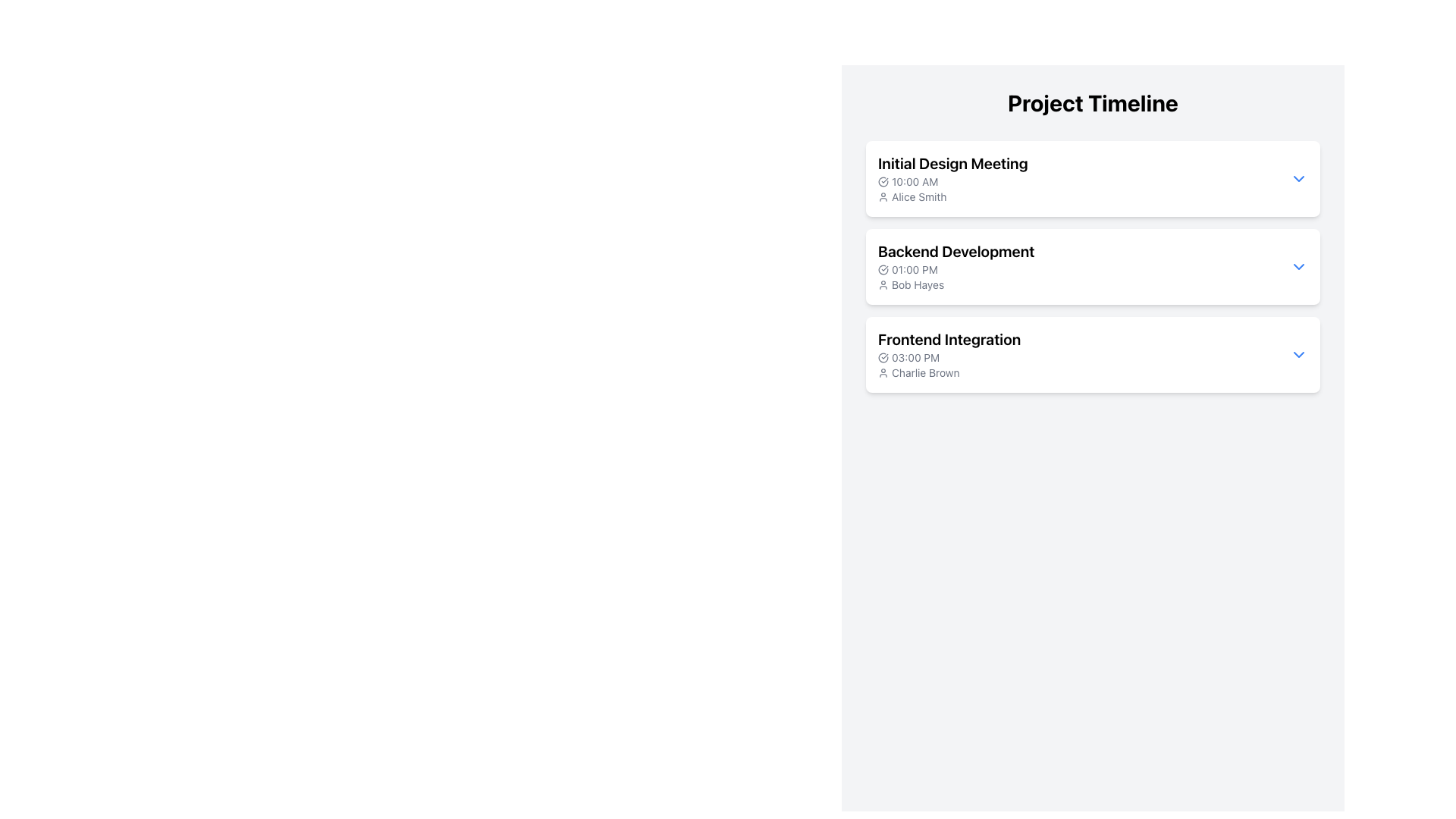 The width and height of the screenshot is (1456, 819). Describe the element at coordinates (952, 177) in the screenshot. I see `the first event entry in the 'Project Timeline' section, which displays information about a scheduled event` at that location.